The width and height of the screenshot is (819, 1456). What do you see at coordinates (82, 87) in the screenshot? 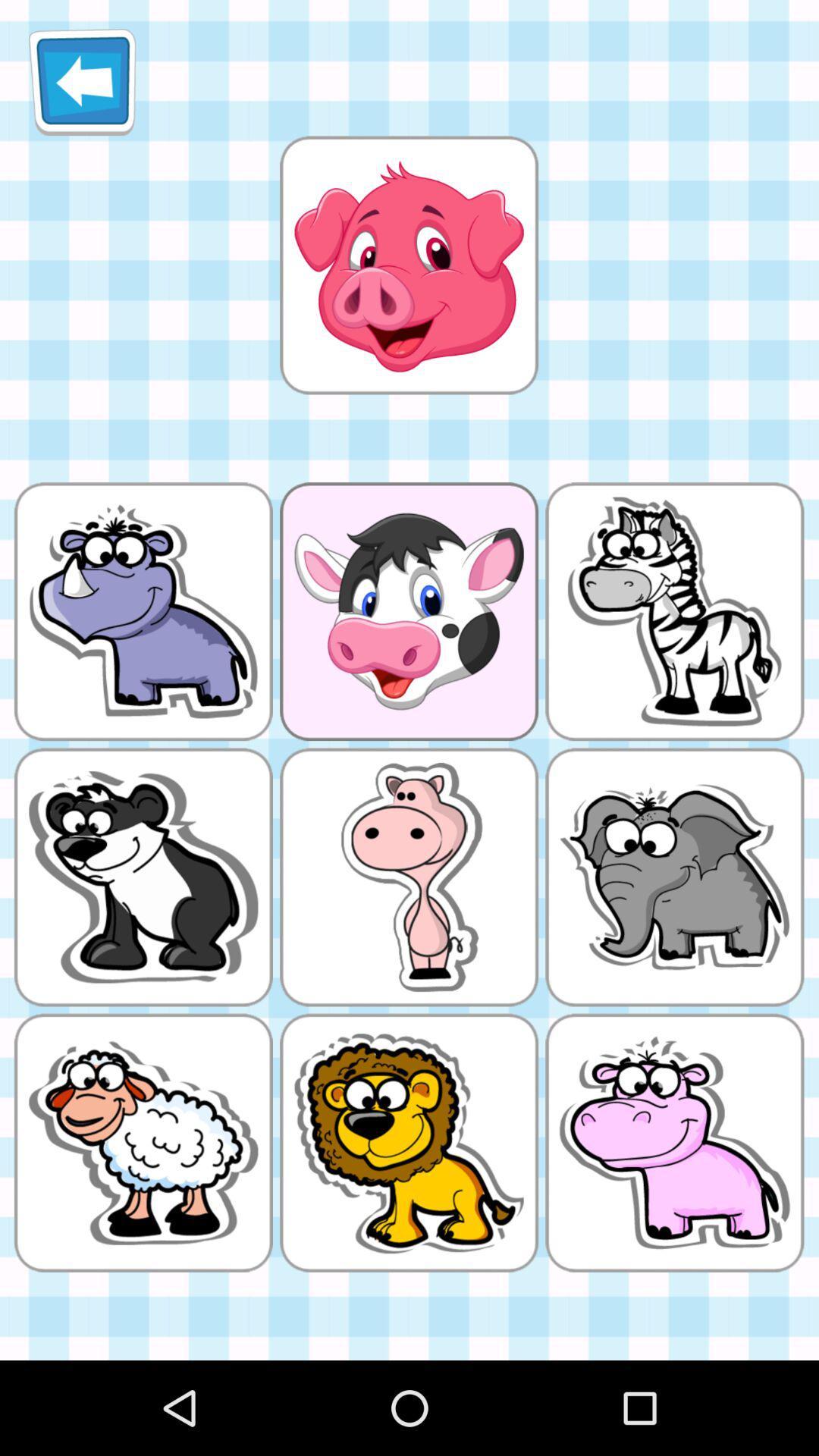
I see `the arrow_backward icon` at bounding box center [82, 87].